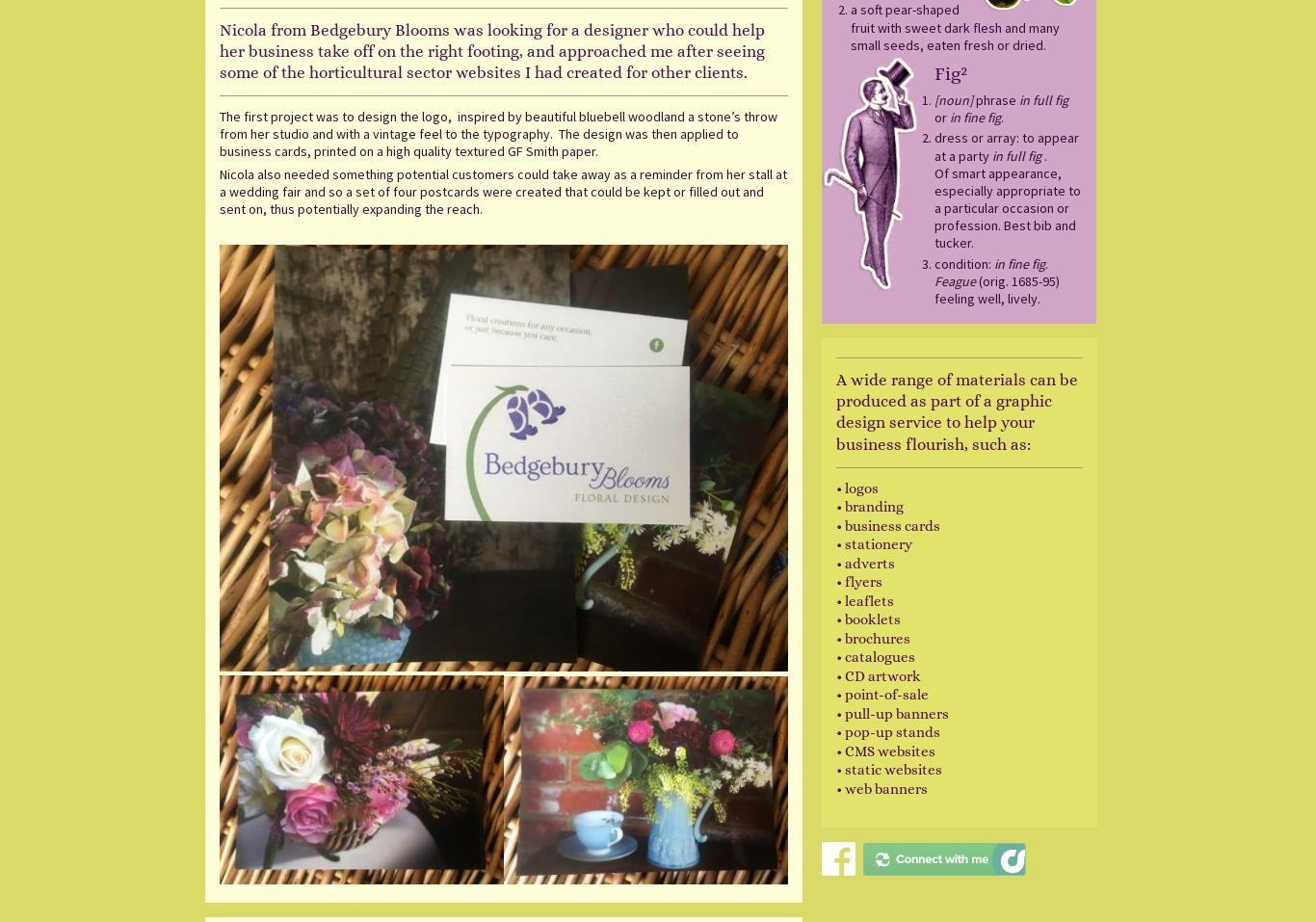 The image size is (1316, 922). Describe the element at coordinates (872, 544) in the screenshot. I see `'• stationery'` at that location.